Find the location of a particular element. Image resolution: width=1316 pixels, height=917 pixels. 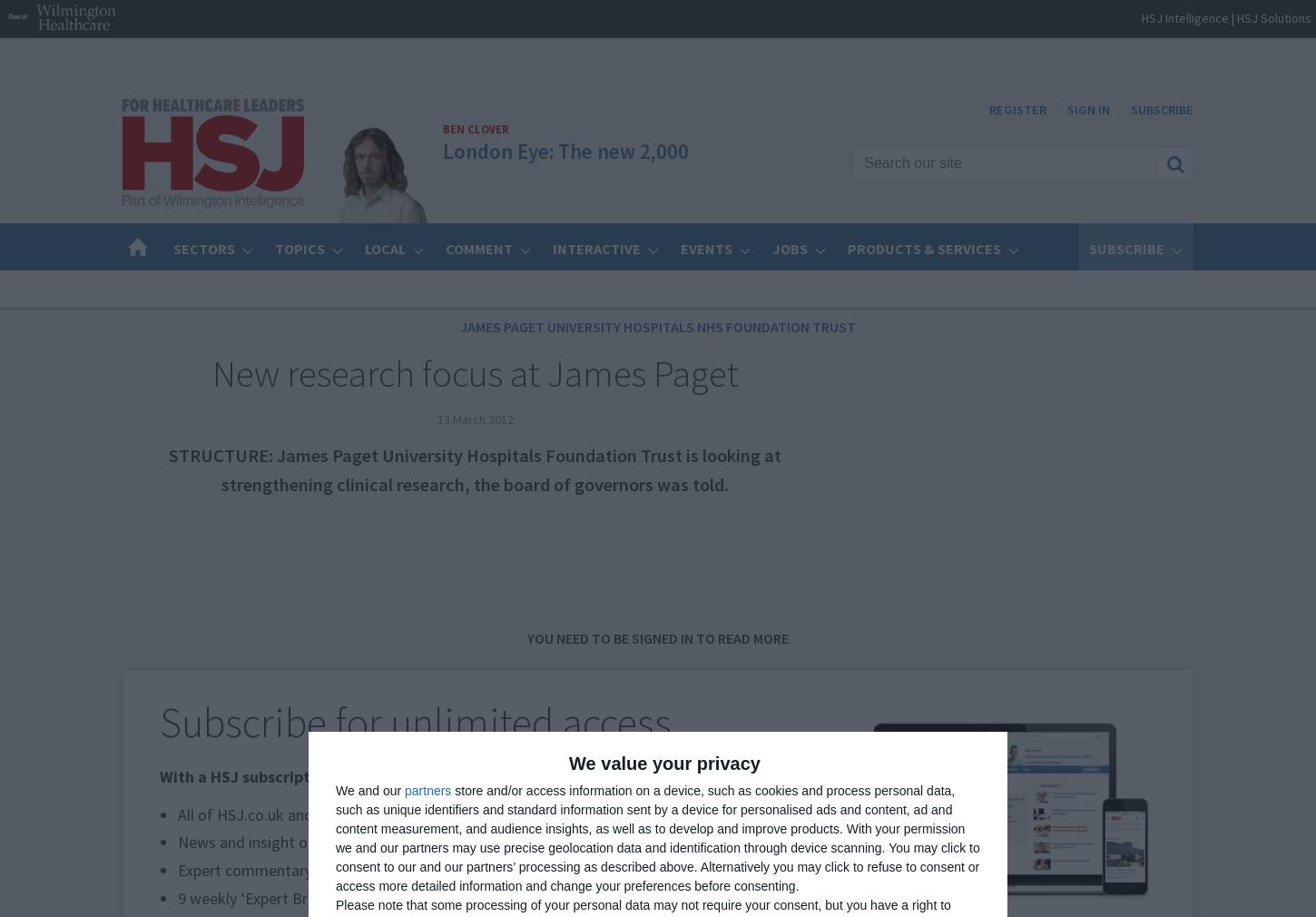

'Find your next career' is located at coordinates (395, 311).